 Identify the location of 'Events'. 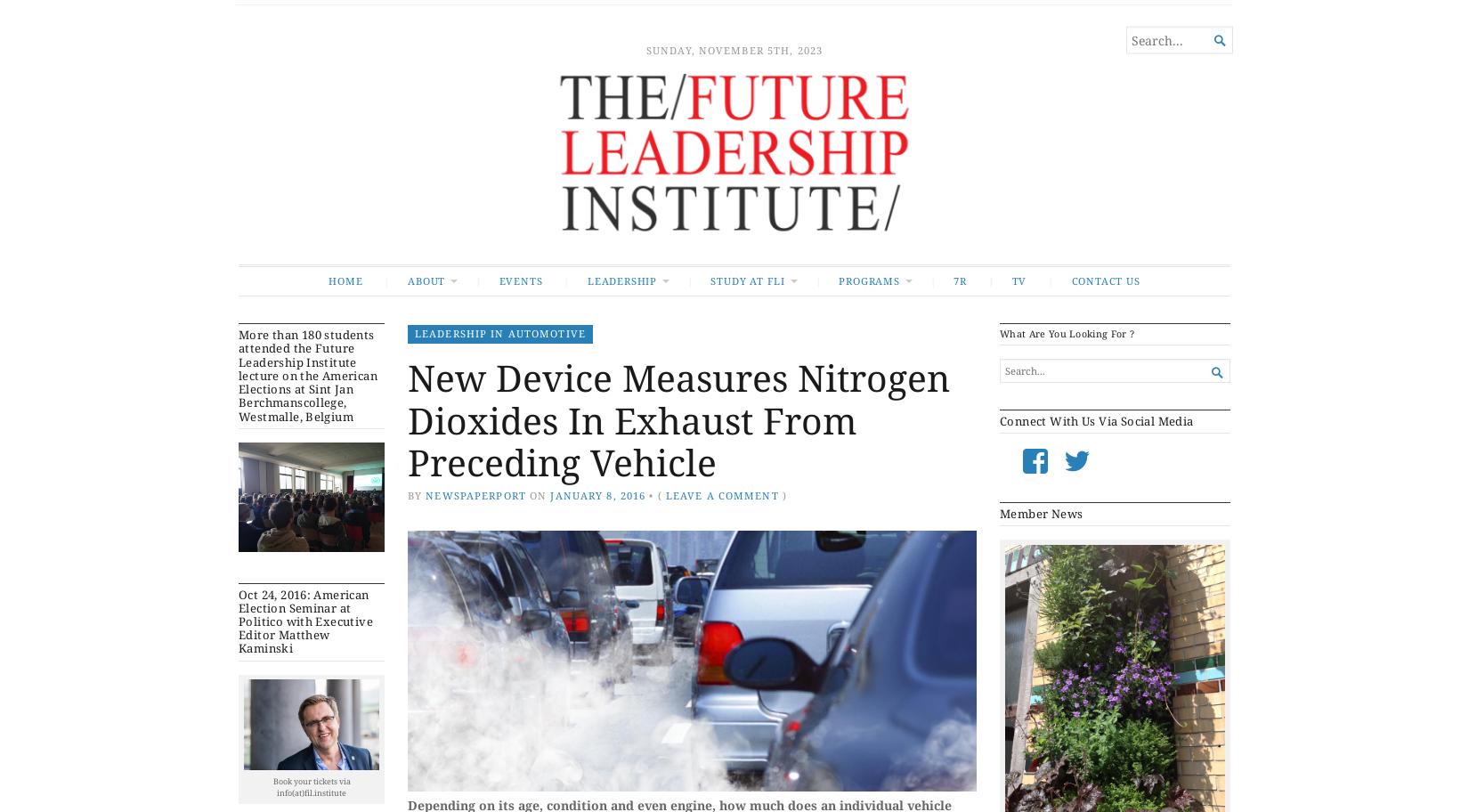
(519, 280).